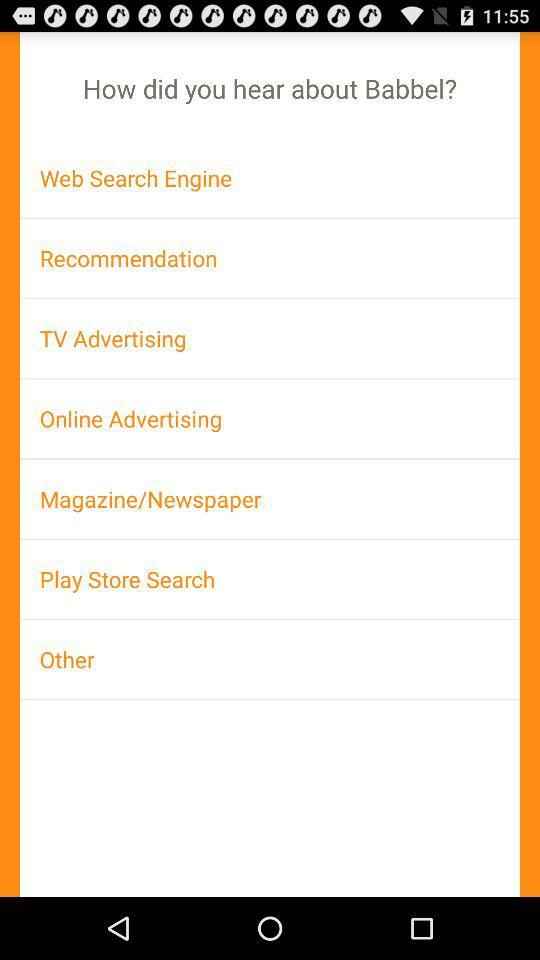  Describe the element at coordinates (270, 579) in the screenshot. I see `the app above other item` at that location.